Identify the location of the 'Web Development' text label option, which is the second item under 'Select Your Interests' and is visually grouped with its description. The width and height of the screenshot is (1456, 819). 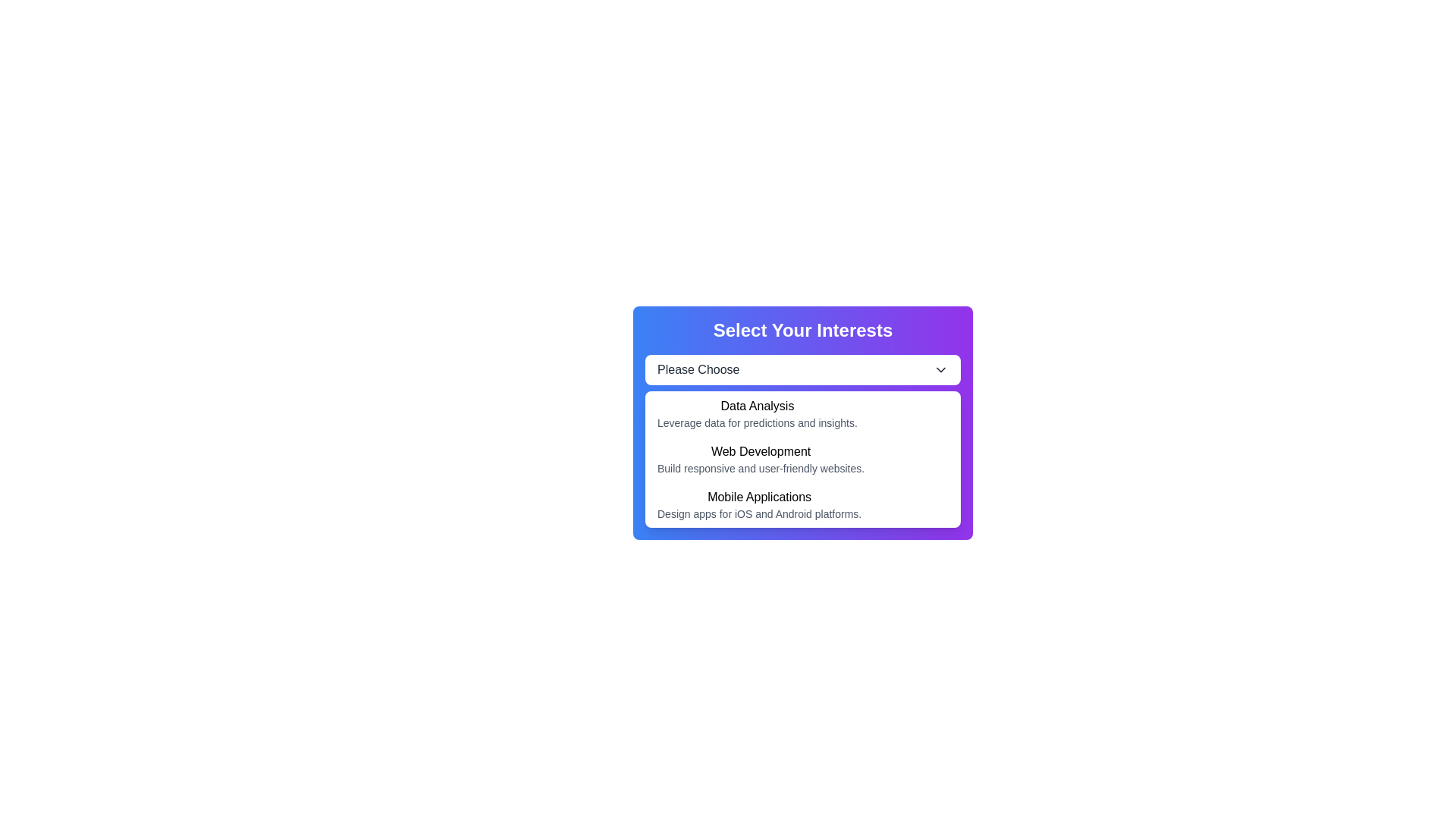
(761, 458).